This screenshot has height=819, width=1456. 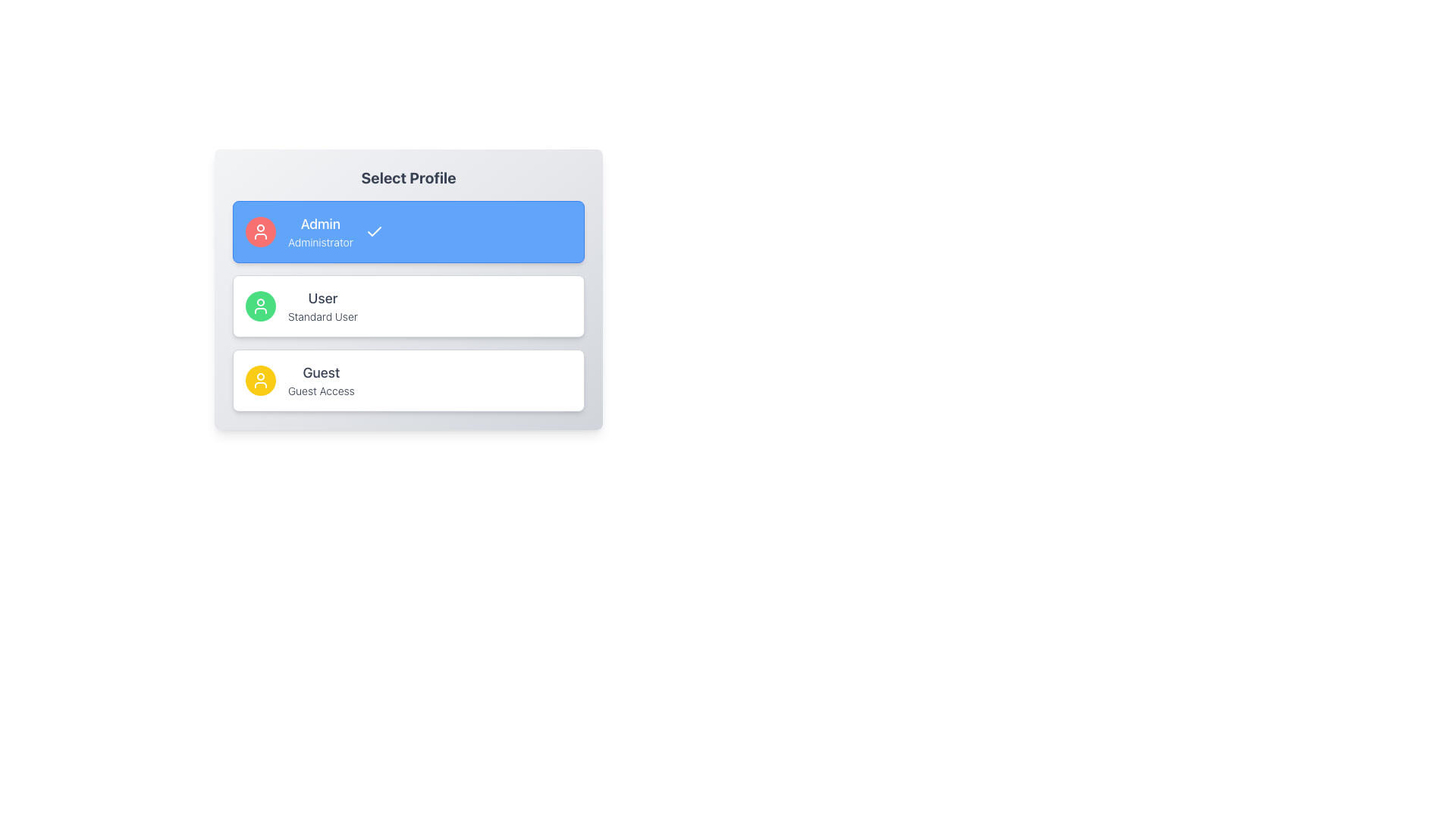 I want to click on the 'Standard User' selection button located between the 'Admin' and 'Guest' options under the 'Select Profile' title, so click(x=408, y=306).